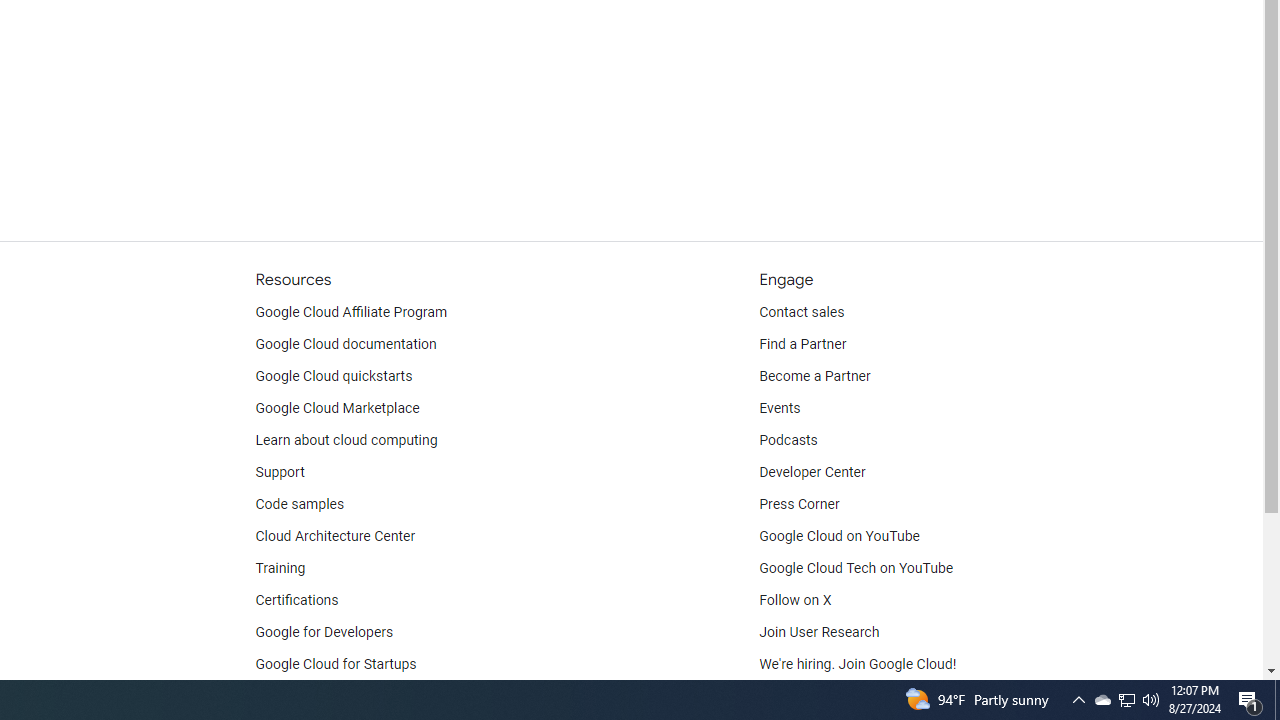 The height and width of the screenshot is (720, 1280). What do you see at coordinates (856, 568) in the screenshot?
I see `'Google Cloud Tech on YouTube'` at bounding box center [856, 568].